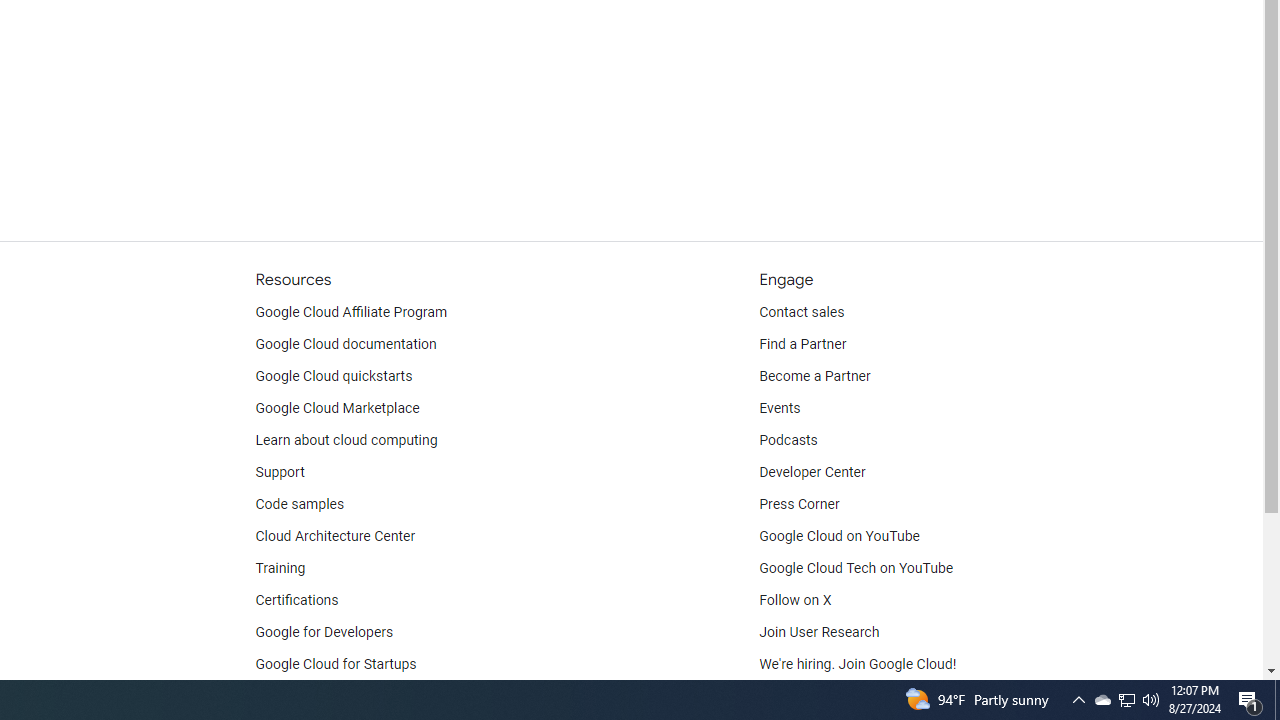 The height and width of the screenshot is (720, 1280). What do you see at coordinates (856, 568) in the screenshot?
I see `'Google Cloud Tech on YouTube'` at bounding box center [856, 568].